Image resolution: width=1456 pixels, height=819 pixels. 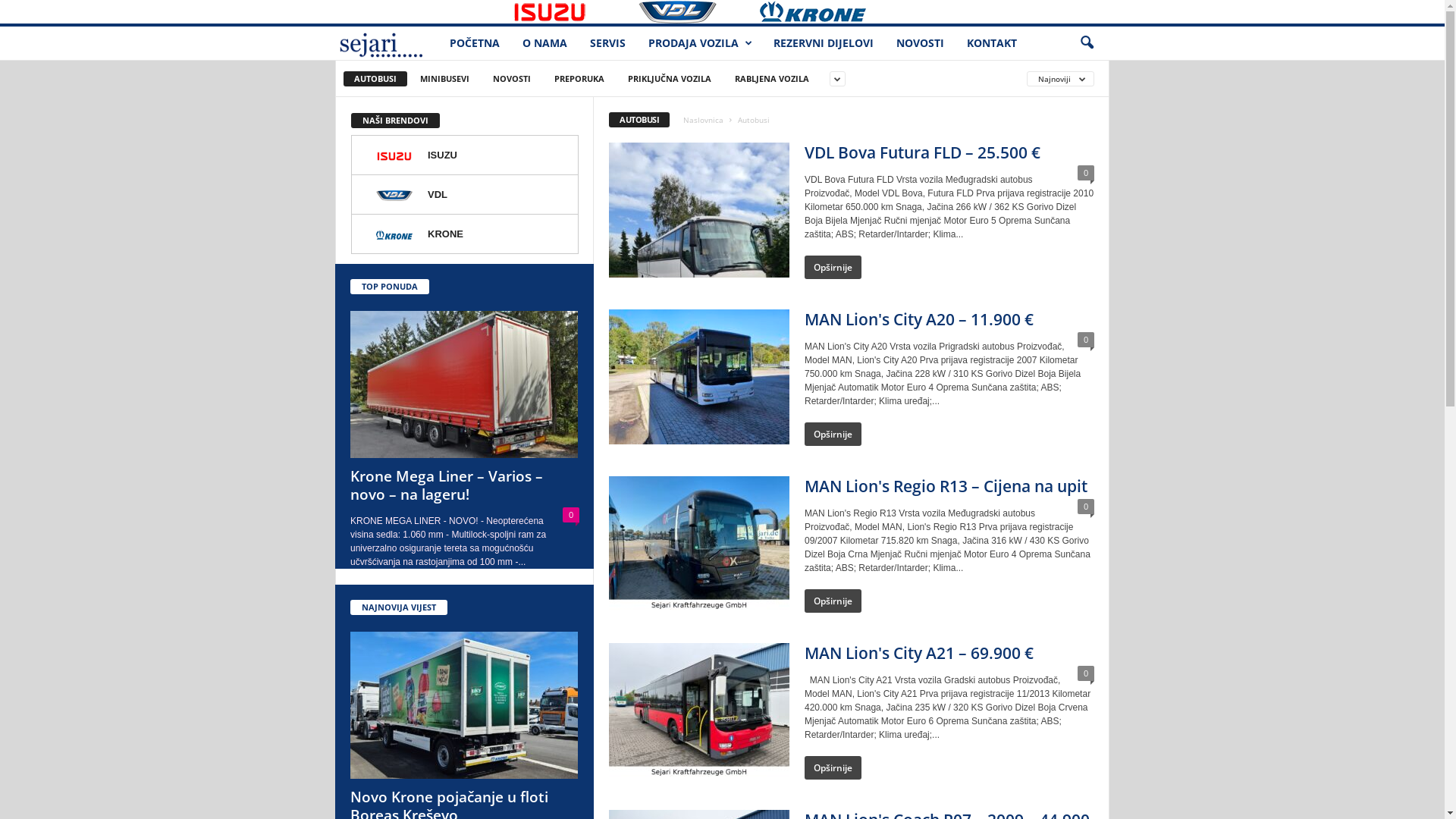 I want to click on 'Naslovnica', so click(x=702, y=119).